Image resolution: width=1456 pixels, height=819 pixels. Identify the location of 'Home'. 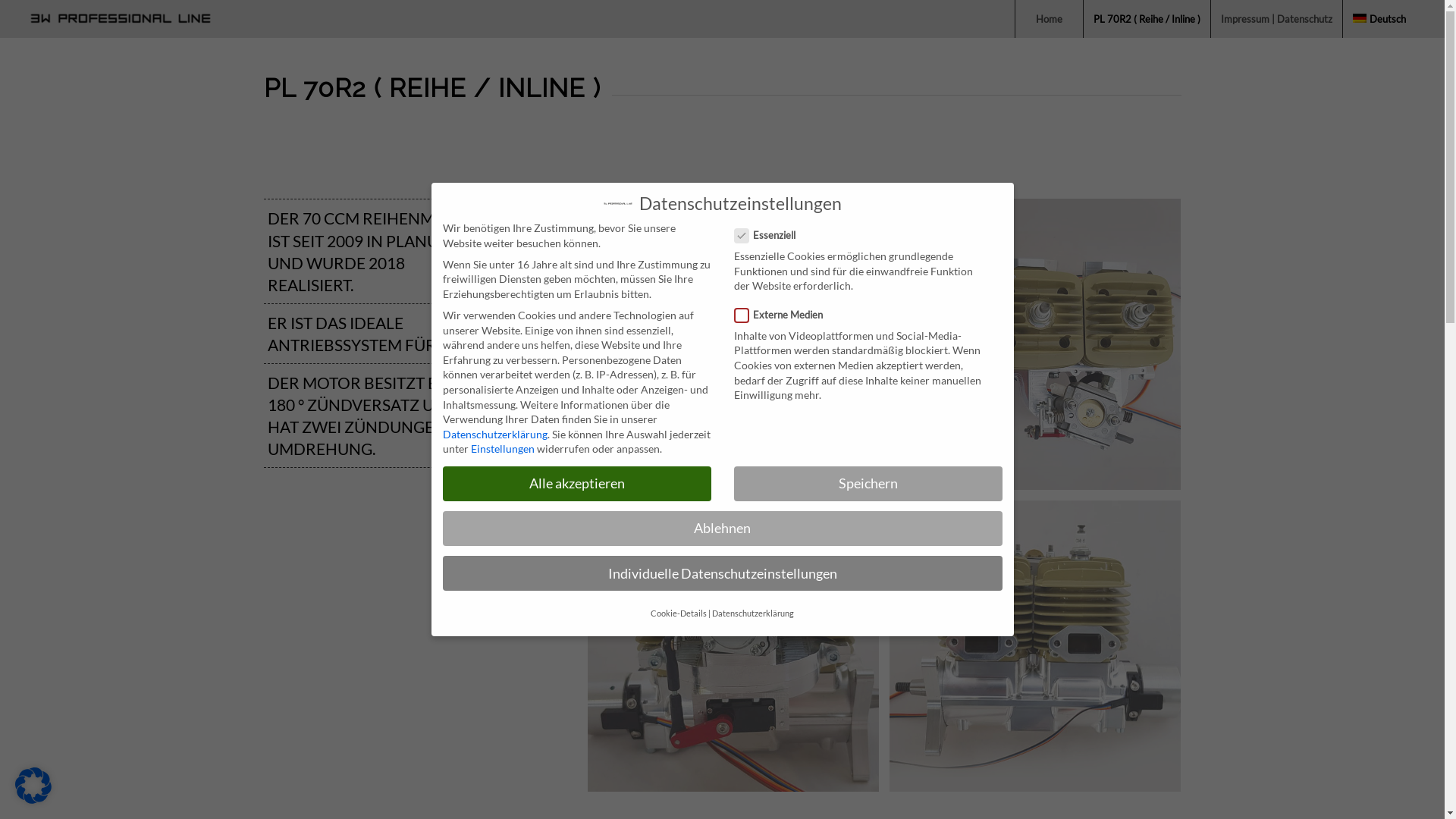
(1015, 18).